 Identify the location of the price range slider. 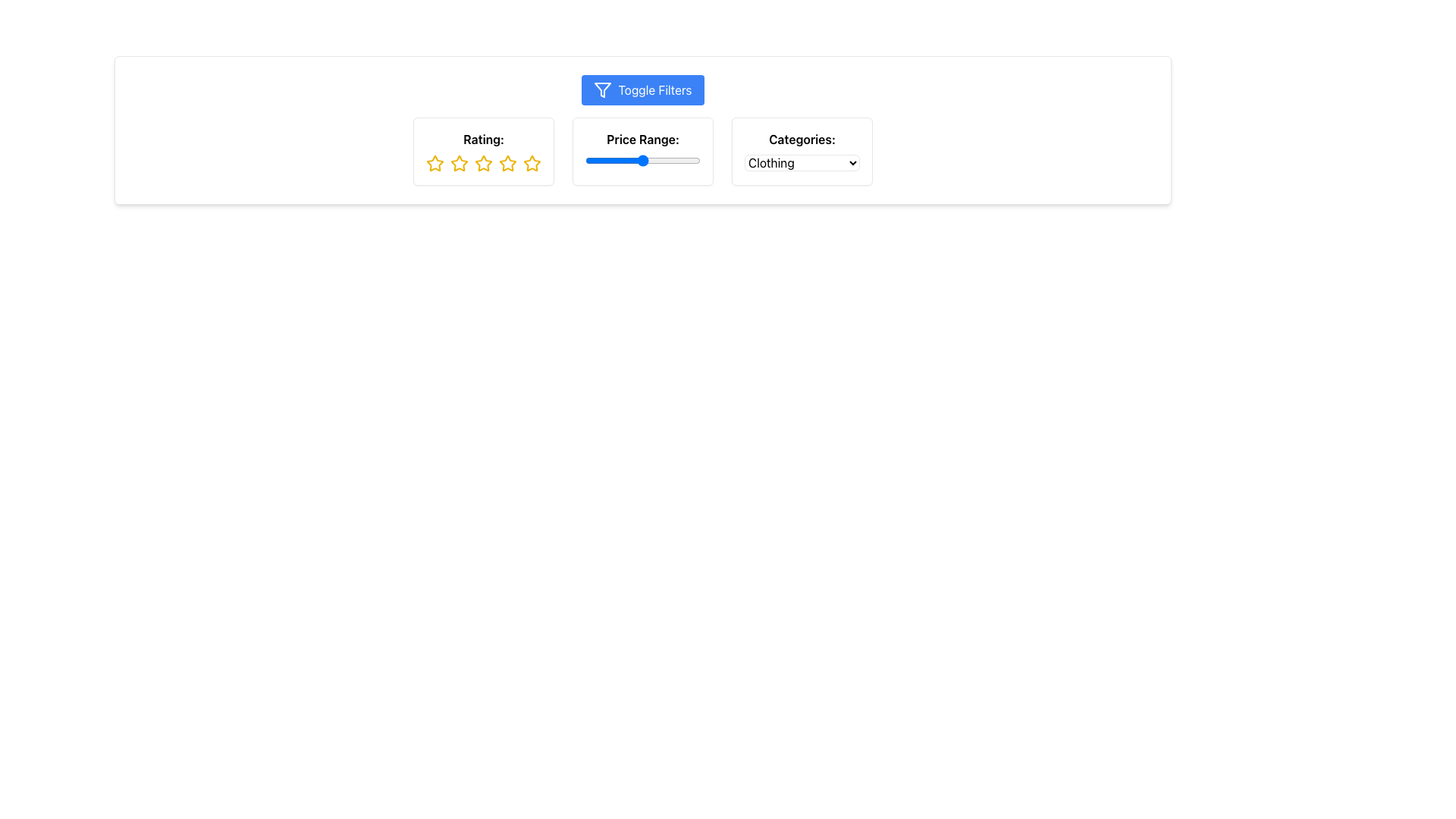
(646, 161).